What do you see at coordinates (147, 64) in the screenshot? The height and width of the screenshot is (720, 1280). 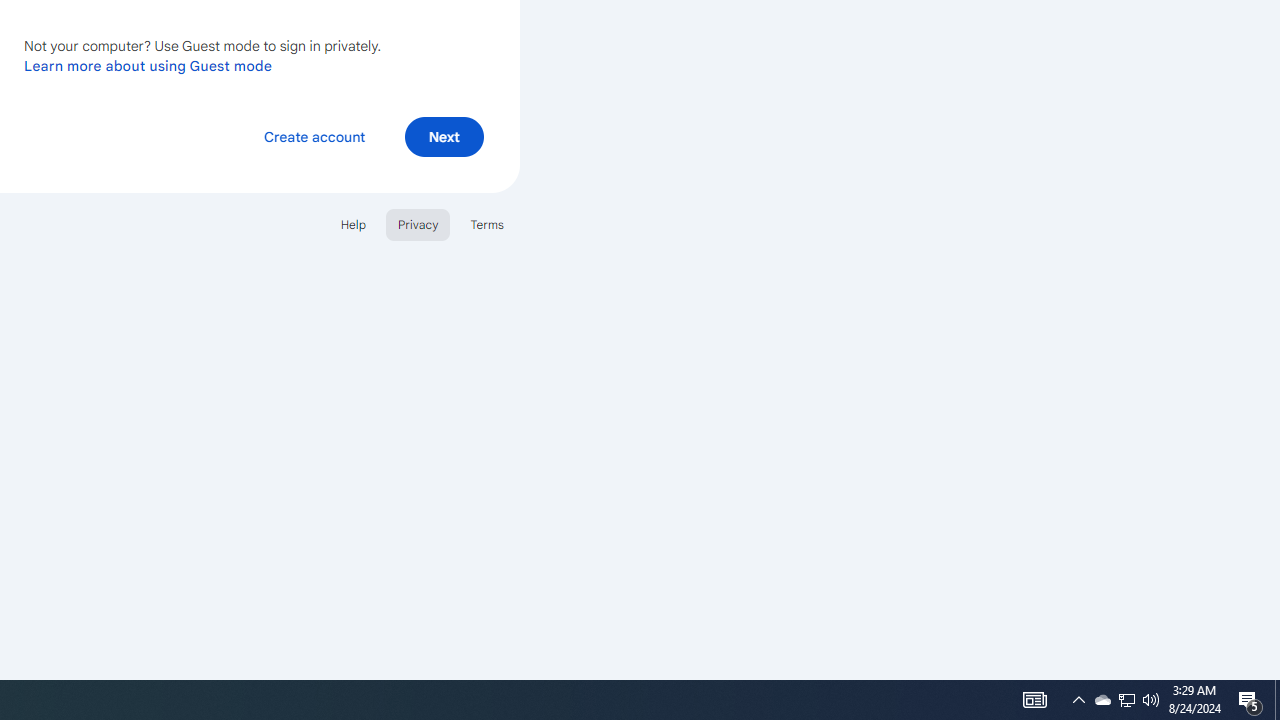 I see `'Learn more about using Guest mode'` at bounding box center [147, 64].